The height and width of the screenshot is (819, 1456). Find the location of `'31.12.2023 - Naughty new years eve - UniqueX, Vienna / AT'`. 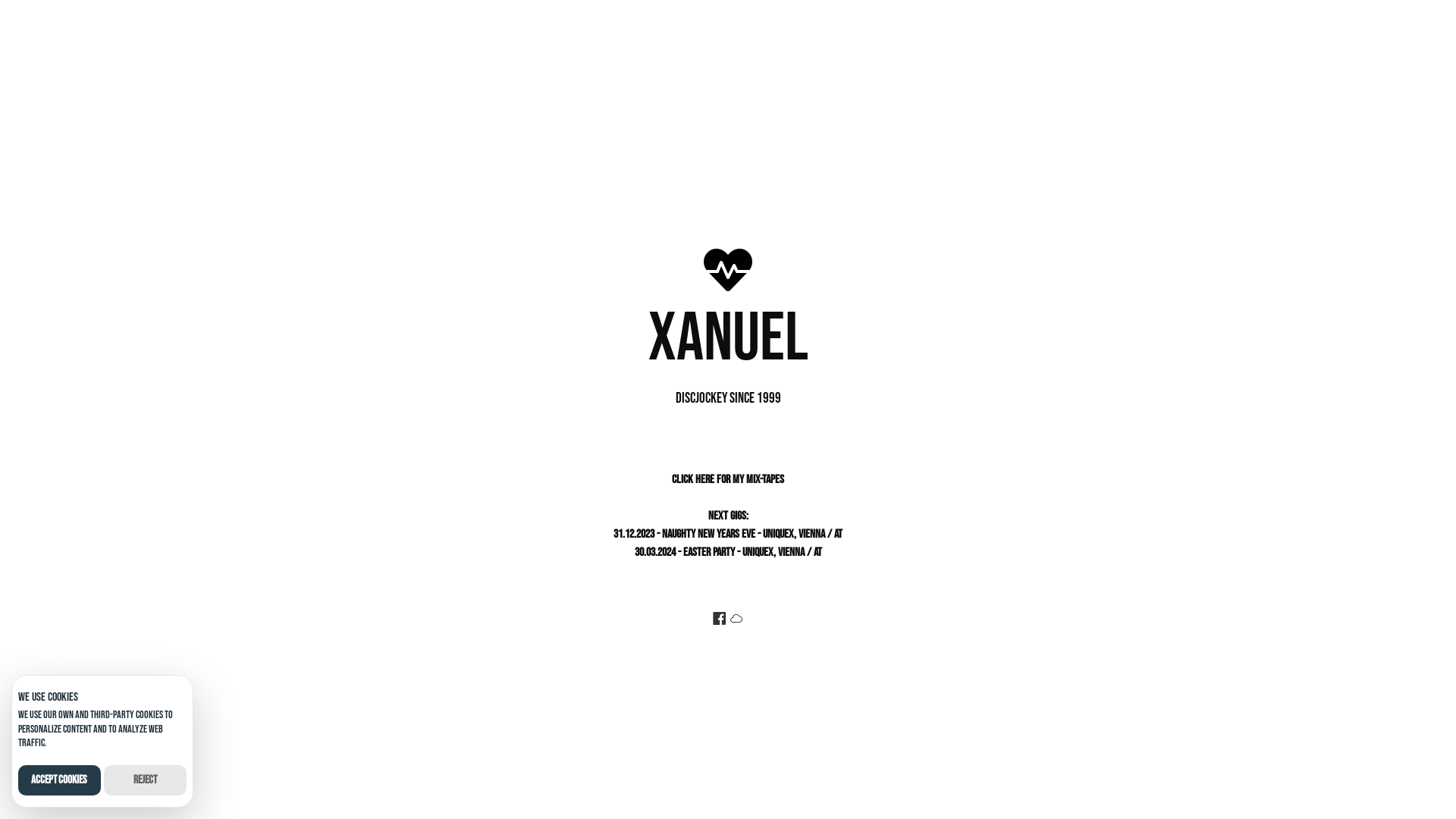

'31.12.2023 - Naughty new years eve - UniqueX, Vienna / AT' is located at coordinates (728, 533).